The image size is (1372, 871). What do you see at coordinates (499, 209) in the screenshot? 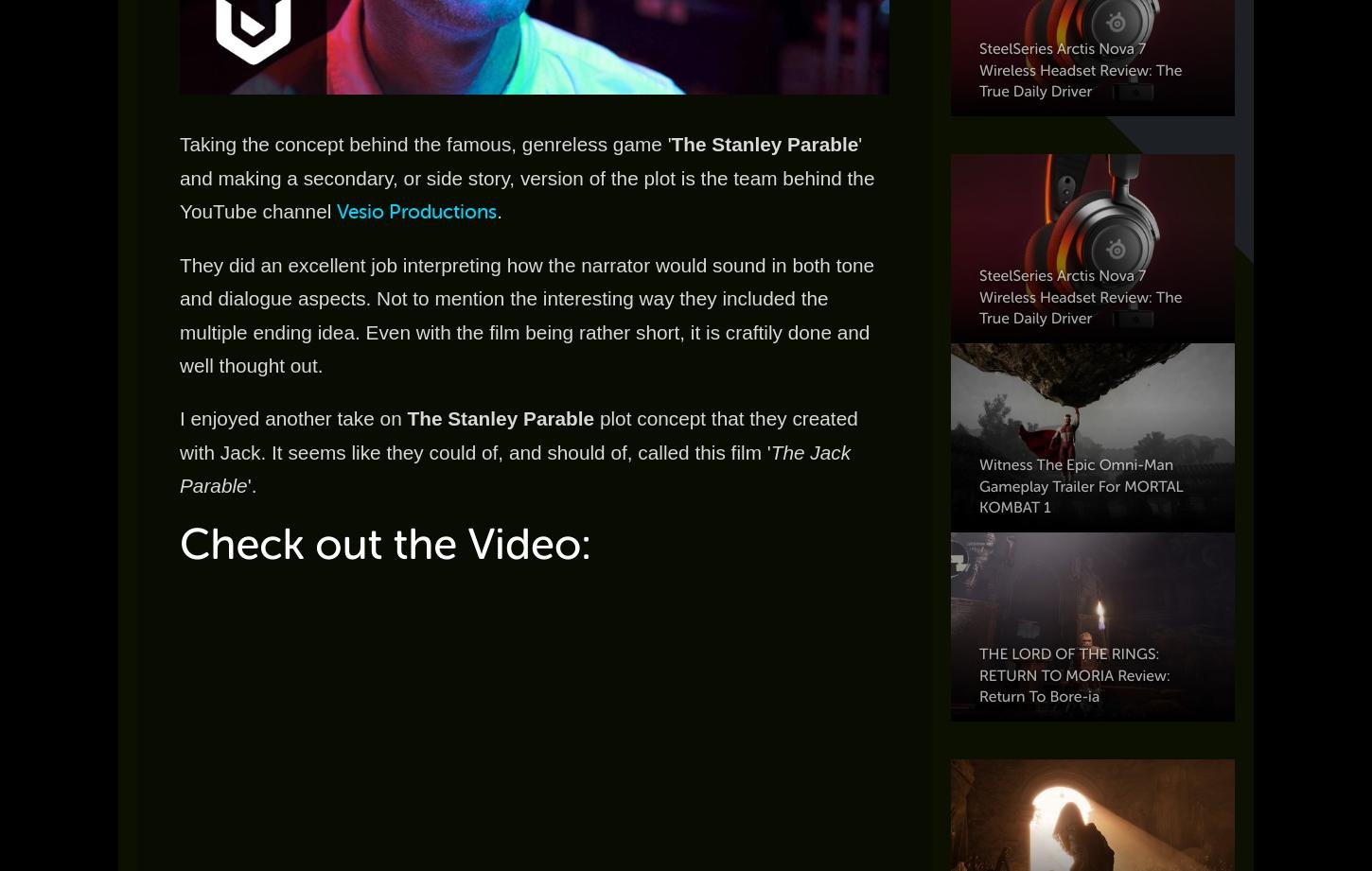
I see `'.'` at bounding box center [499, 209].